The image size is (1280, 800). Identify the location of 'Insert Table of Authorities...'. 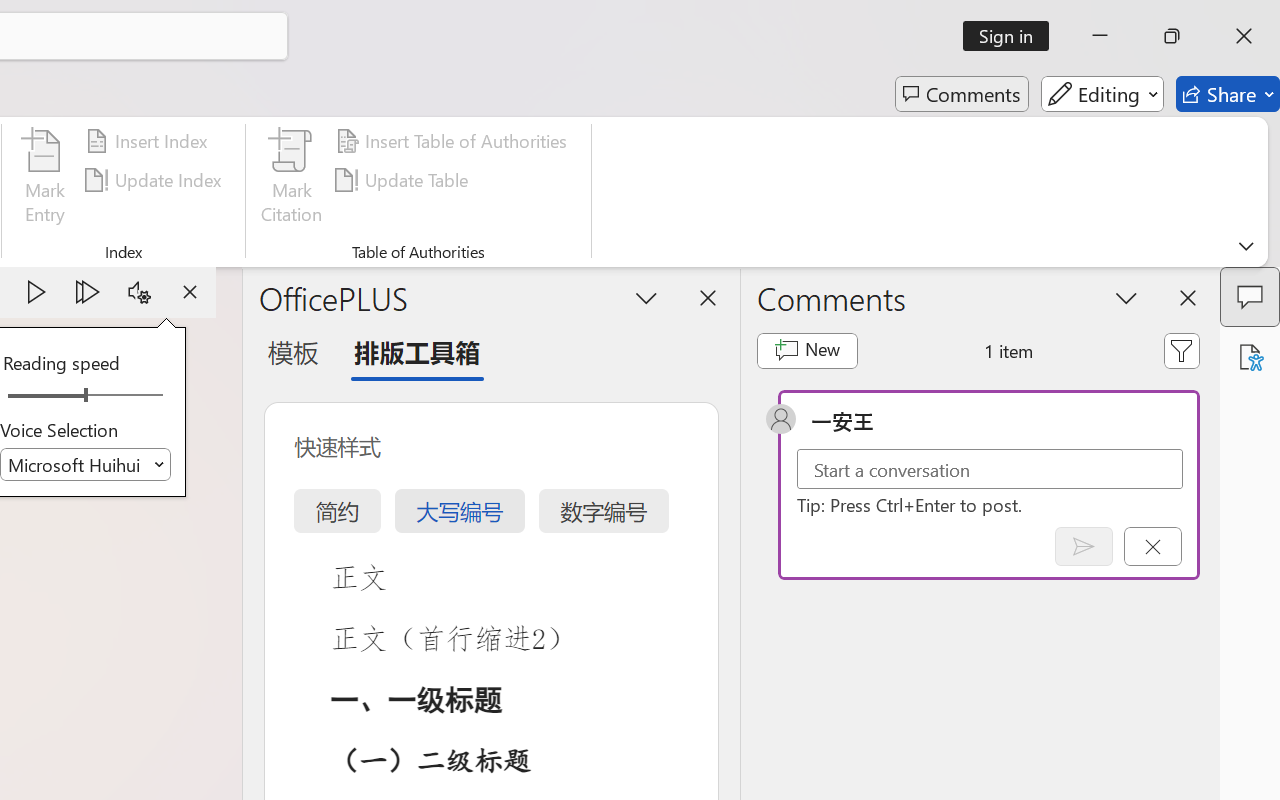
(453, 141).